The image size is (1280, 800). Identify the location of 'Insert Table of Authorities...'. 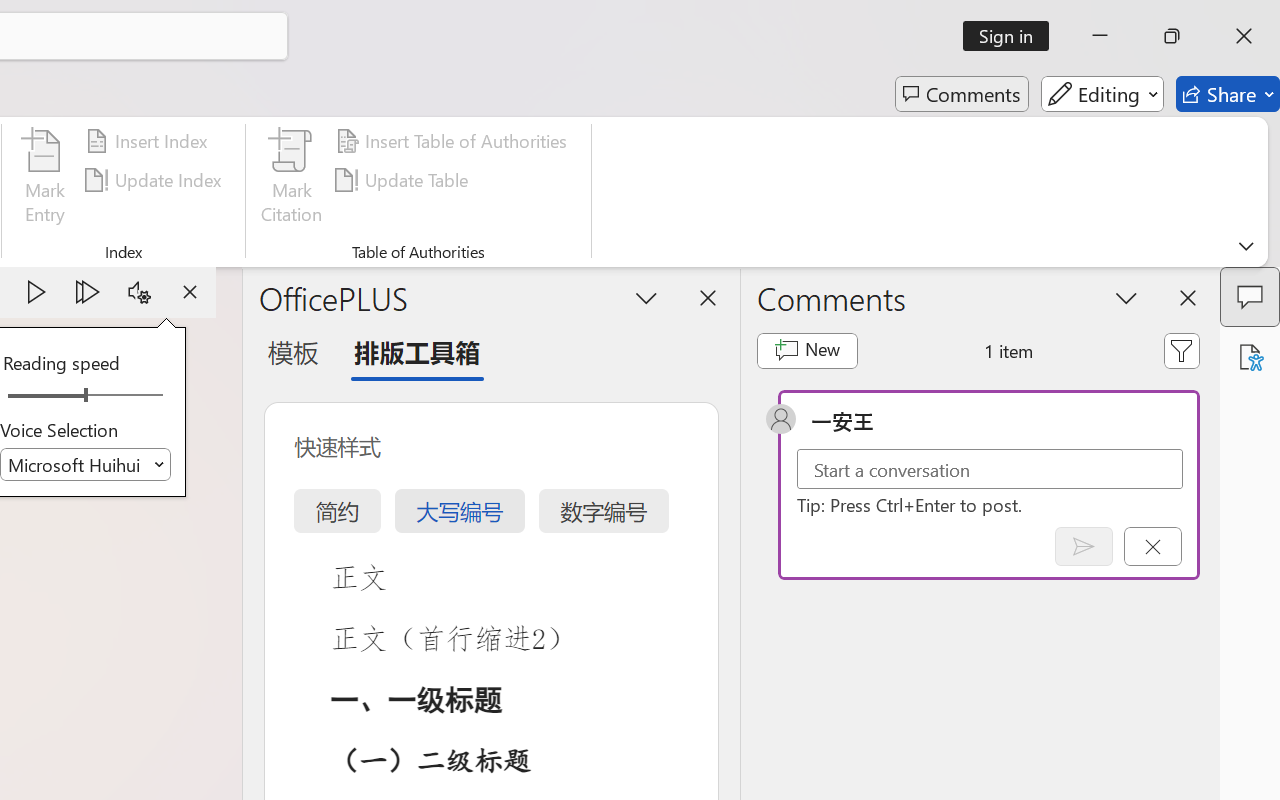
(453, 141).